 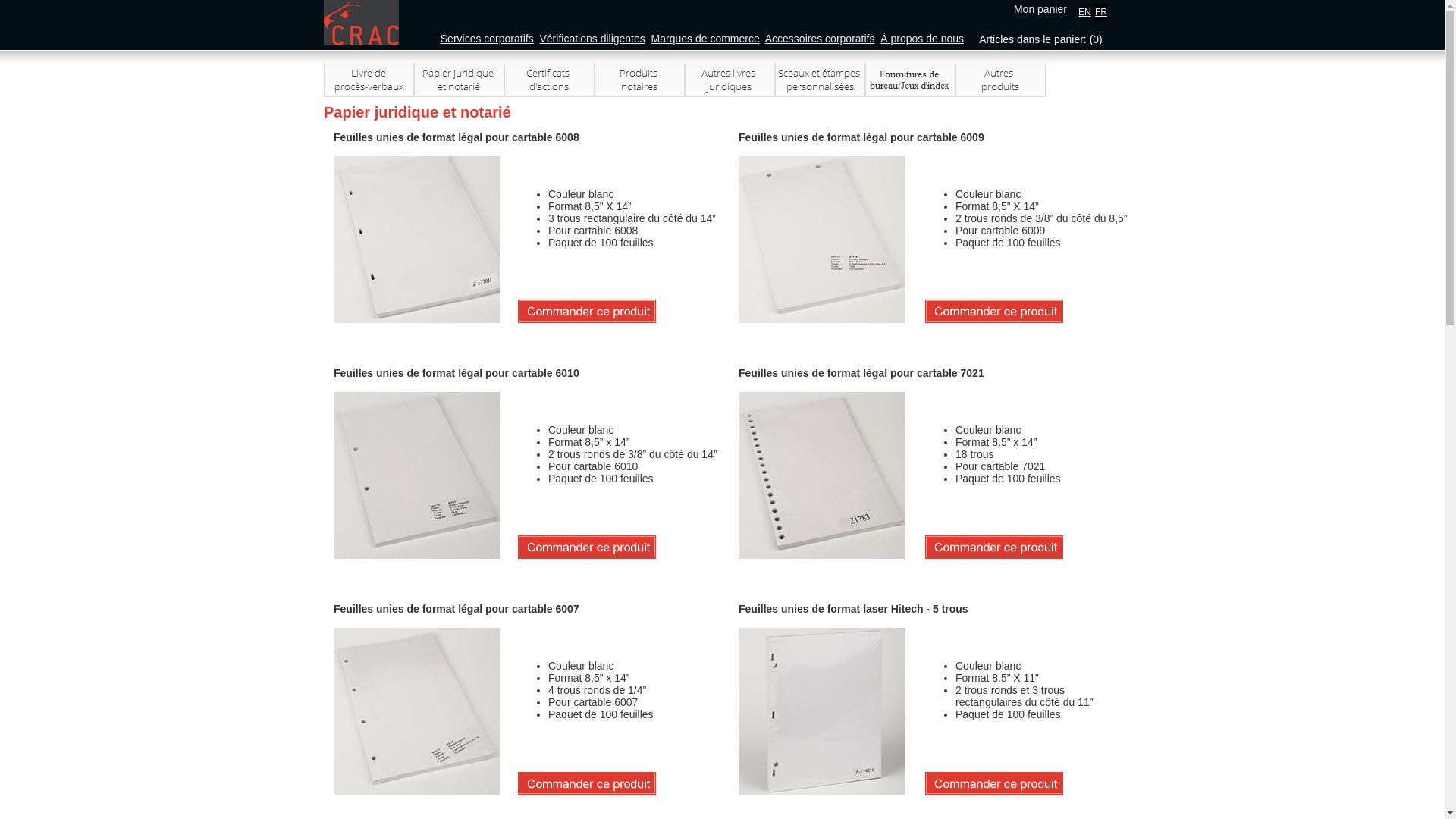 I want to click on 'Z1742H-alt-220', so click(x=739, y=711).